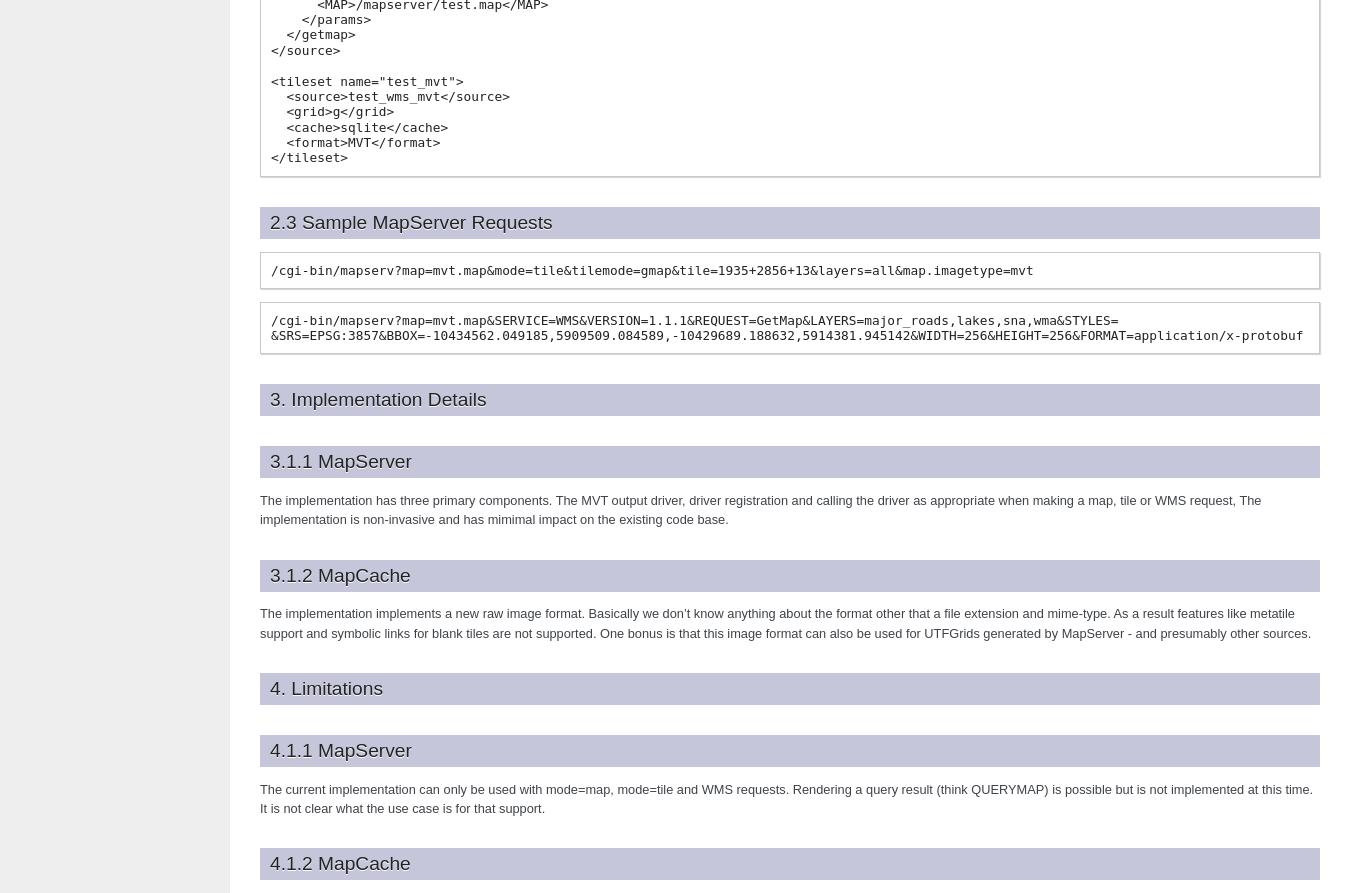 The image size is (1350, 893). What do you see at coordinates (759, 508) in the screenshot?
I see `'The implementation has three primary components. The MVT output driver, driver registration and calling the driver as appropriate when making a map, tile or WMS request, The implementation is non-invasive and has mimimal impact on the existing code base.'` at bounding box center [759, 508].